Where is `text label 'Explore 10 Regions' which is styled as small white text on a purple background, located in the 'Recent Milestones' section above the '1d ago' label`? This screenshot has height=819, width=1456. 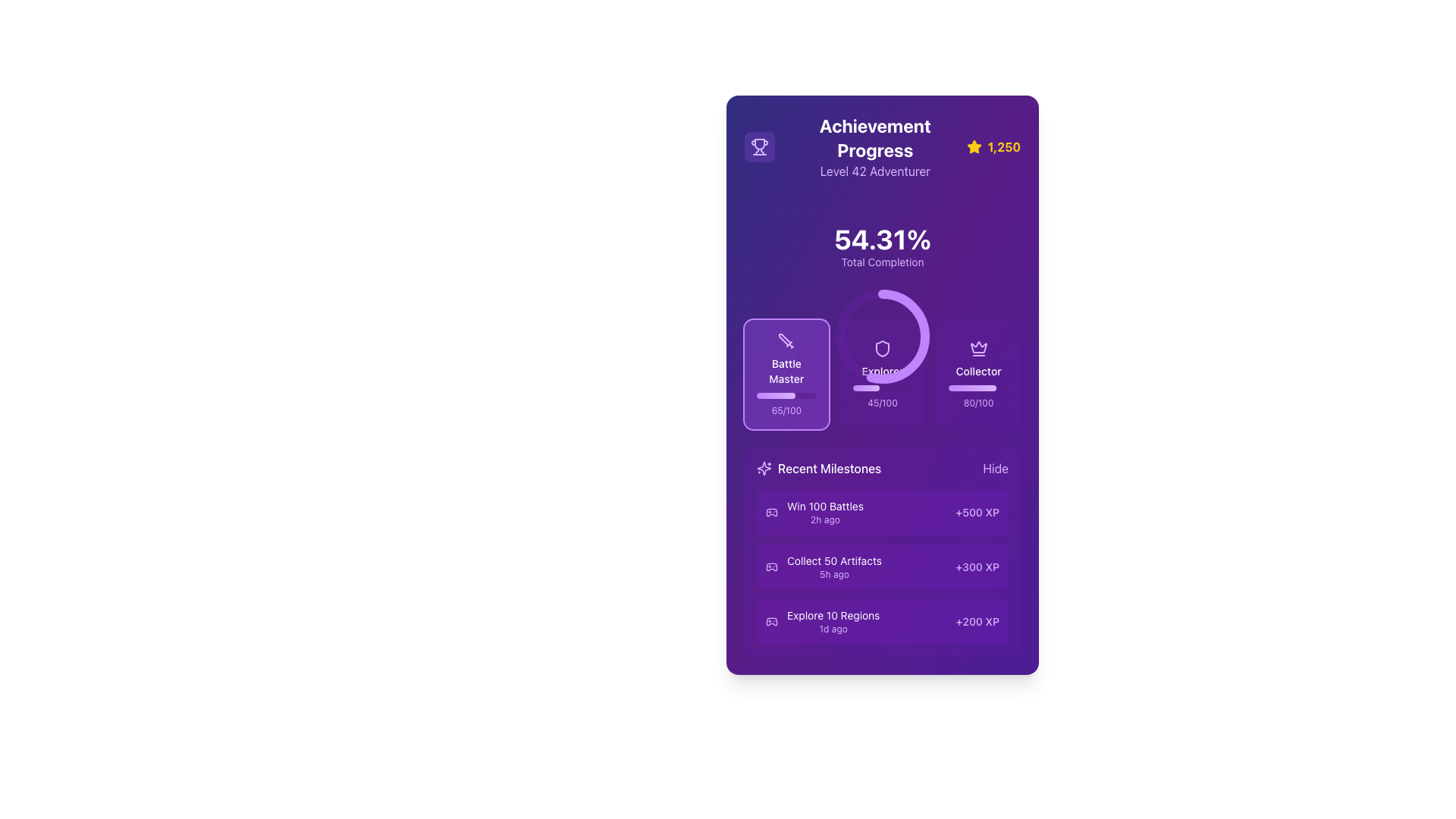 text label 'Explore 10 Regions' which is styled as small white text on a purple background, located in the 'Recent Milestones' section above the '1d ago' label is located at coordinates (833, 616).